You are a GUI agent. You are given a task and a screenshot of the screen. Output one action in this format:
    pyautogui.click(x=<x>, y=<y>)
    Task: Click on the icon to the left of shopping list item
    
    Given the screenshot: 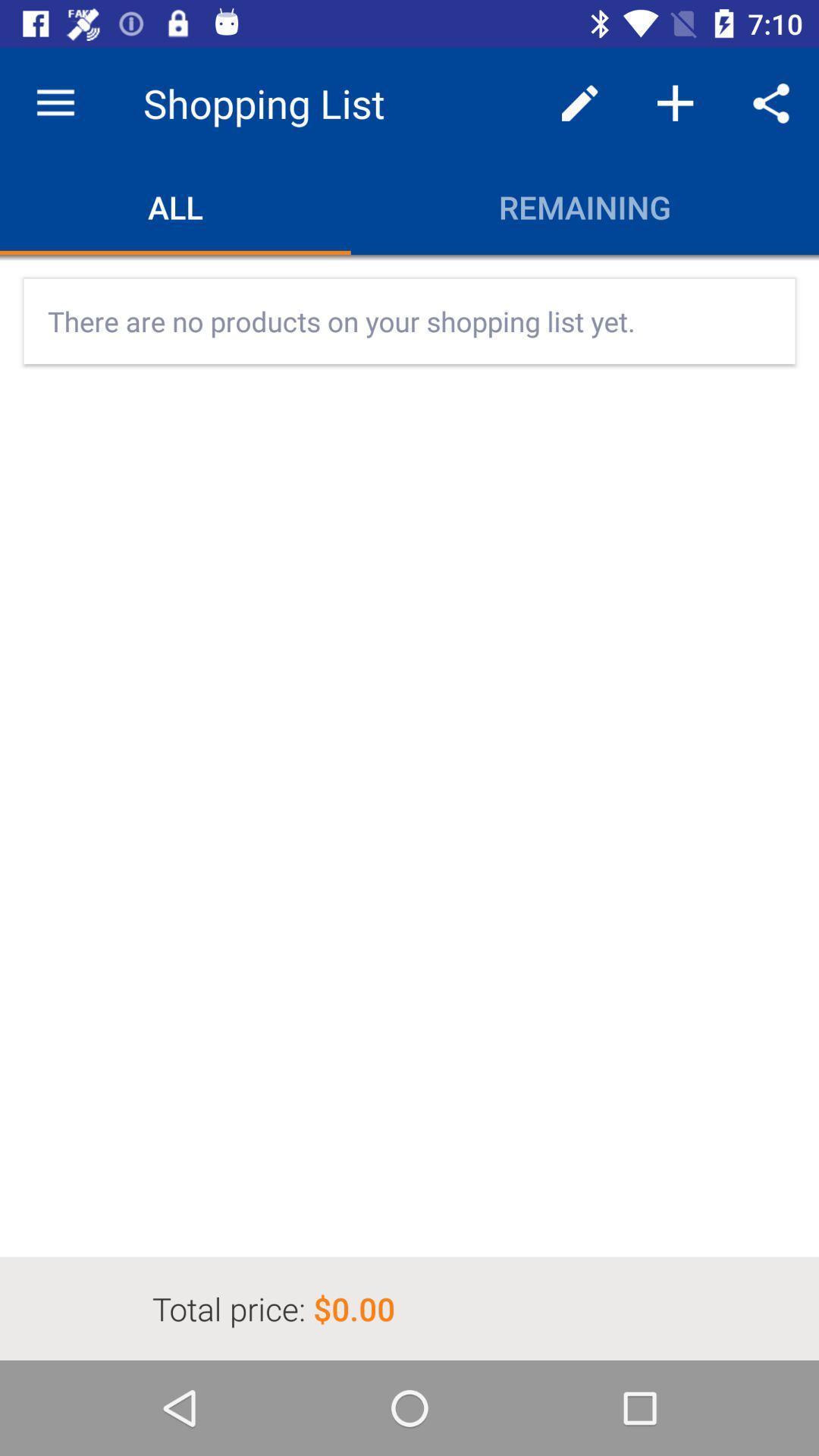 What is the action you would take?
    pyautogui.click(x=55, y=102)
    